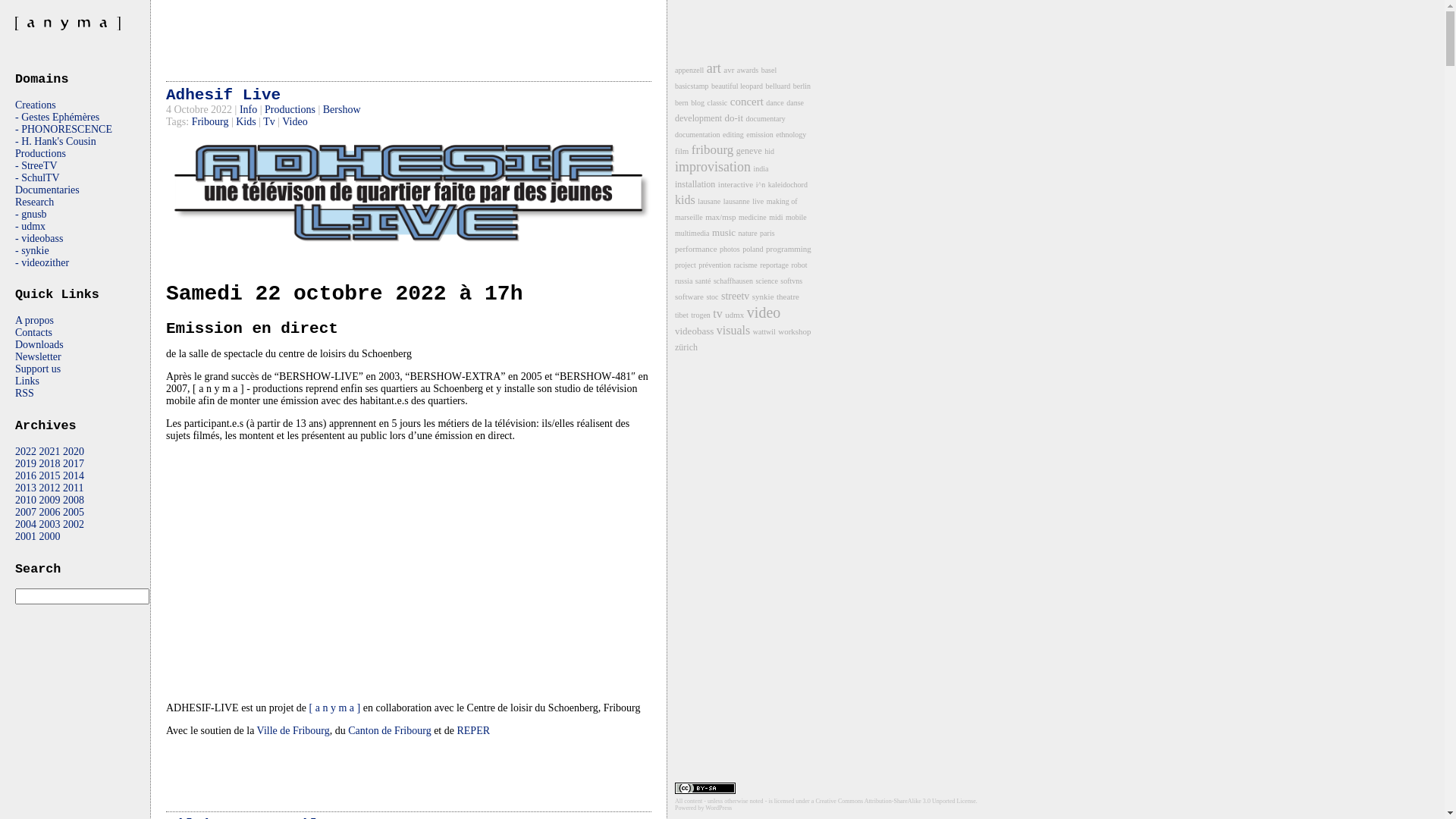 Image resolution: width=1456 pixels, height=819 pixels. Describe the element at coordinates (347, 730) in the screenshot. I see `'Canton de Fribourg'` at that location.